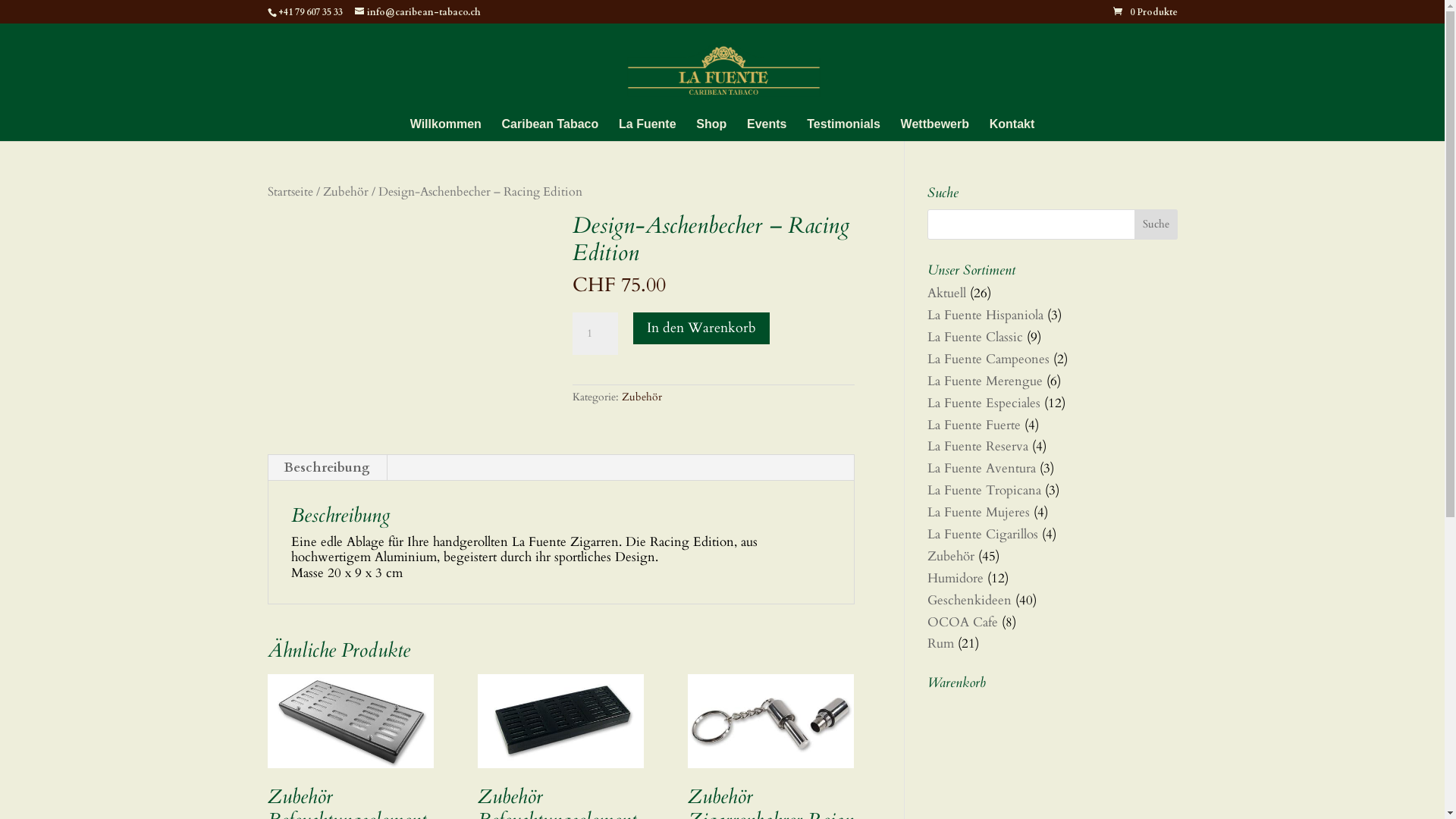  What do you see at coordinates (939, 643) in the screenshot?
I see `'Rum'` at bounding box center [939, 643].